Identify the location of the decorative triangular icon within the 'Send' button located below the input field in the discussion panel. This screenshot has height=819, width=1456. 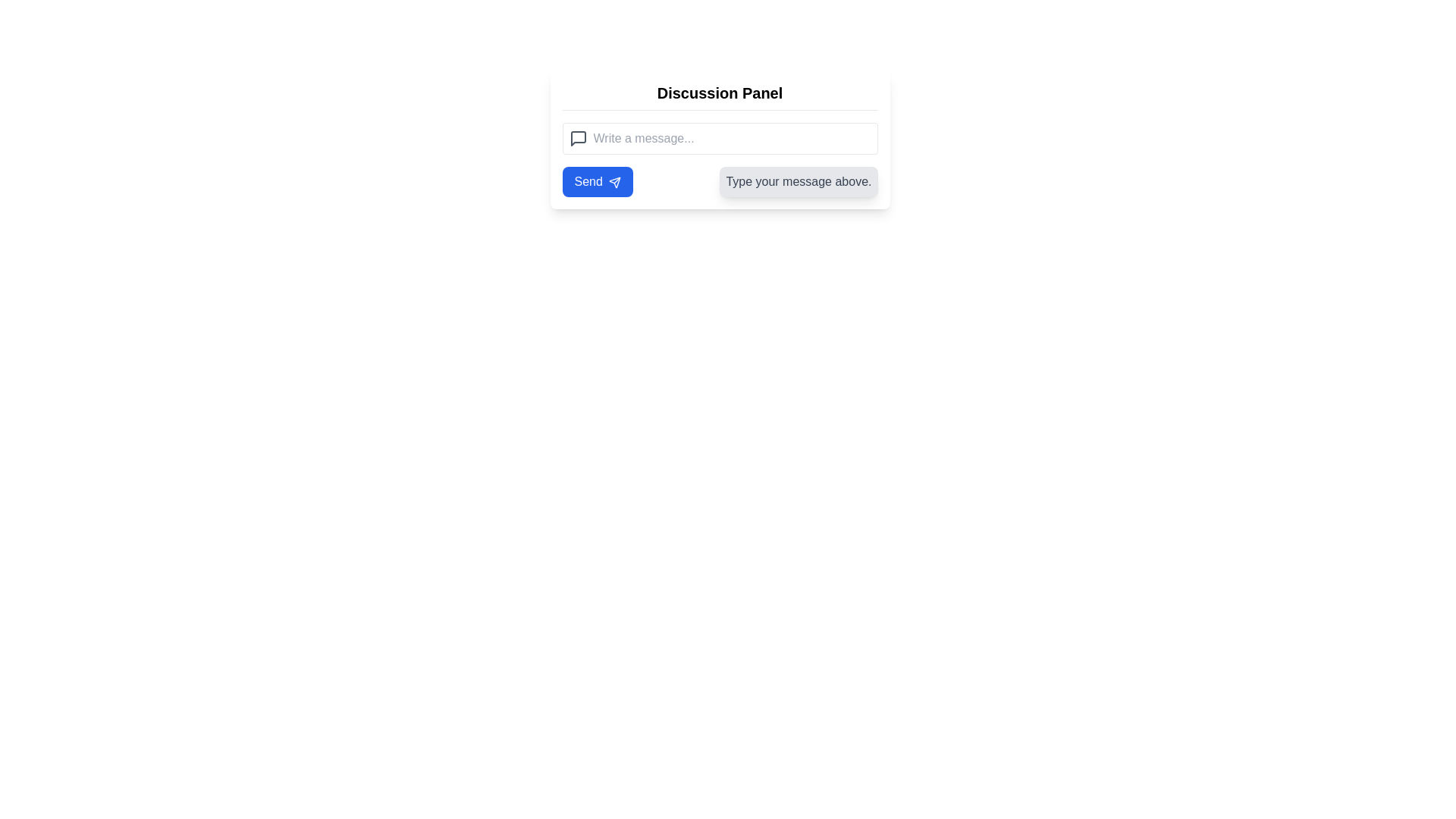
(615, 181).